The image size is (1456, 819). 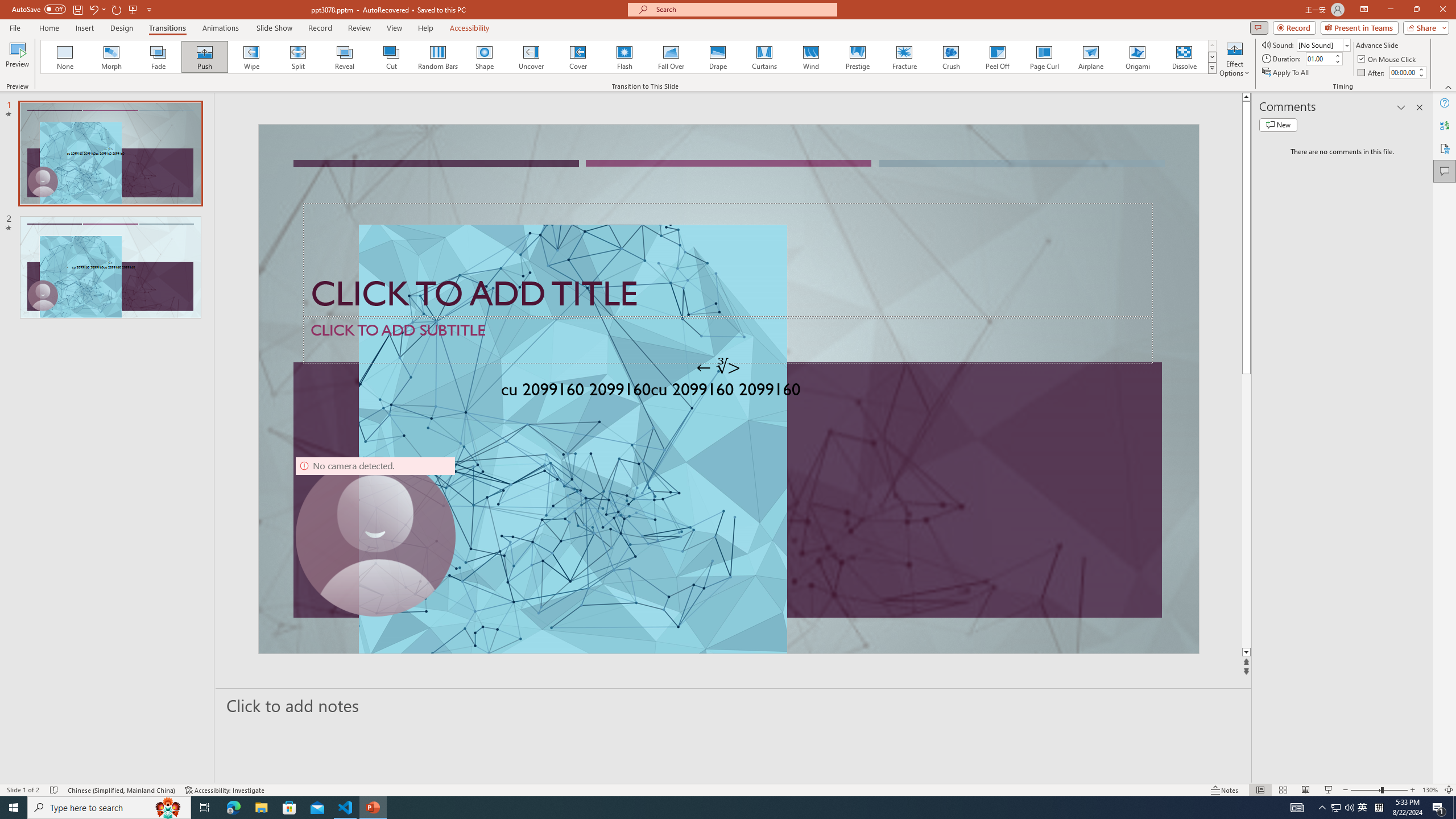 I want to click on 'Translator', so click(x=1444, y=126).